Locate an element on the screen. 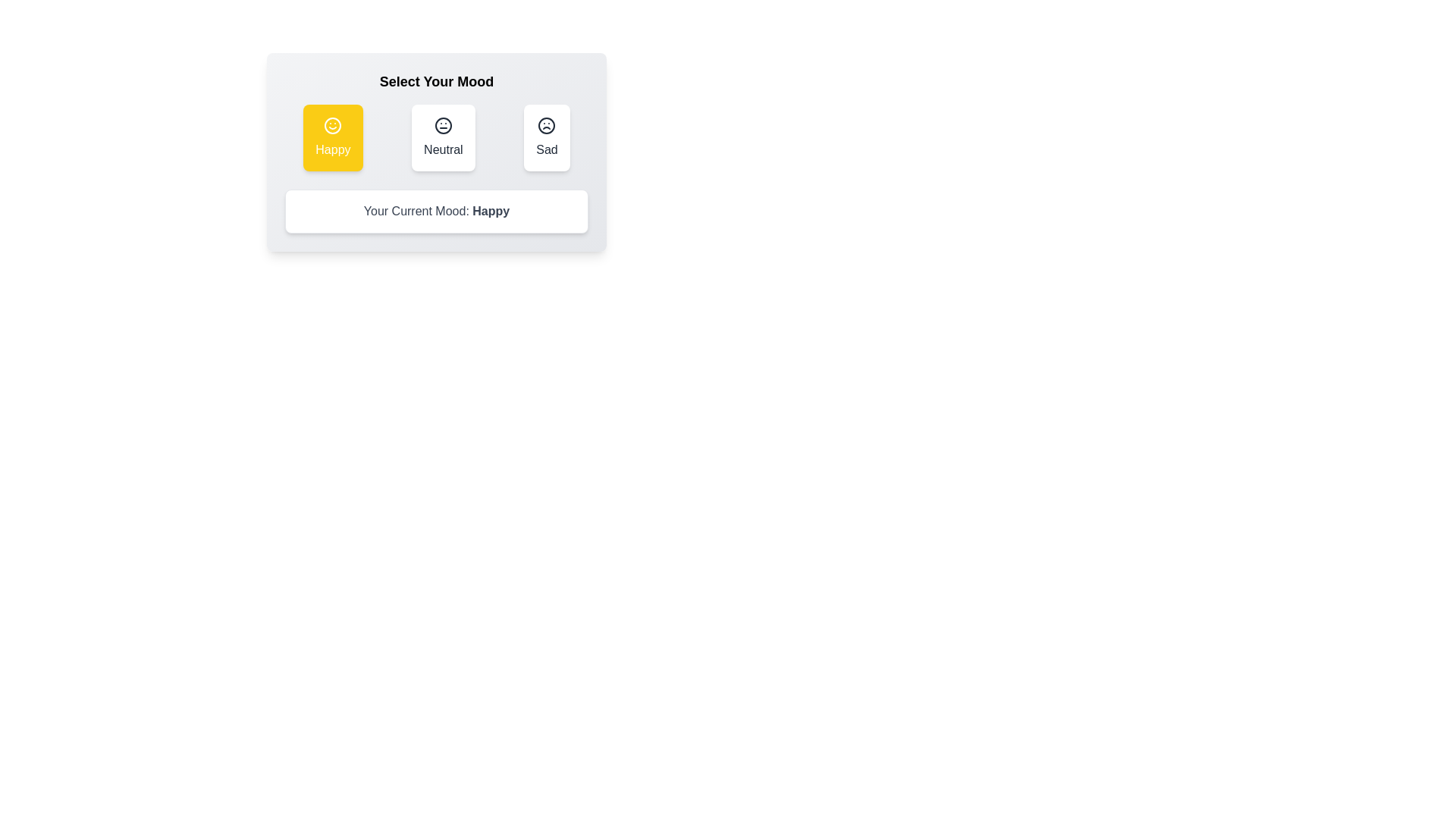 This screenshot has width=1456, height=819. the mood button labeled Neutral to see its interactive visual effects is located at coordinates (442, 137).